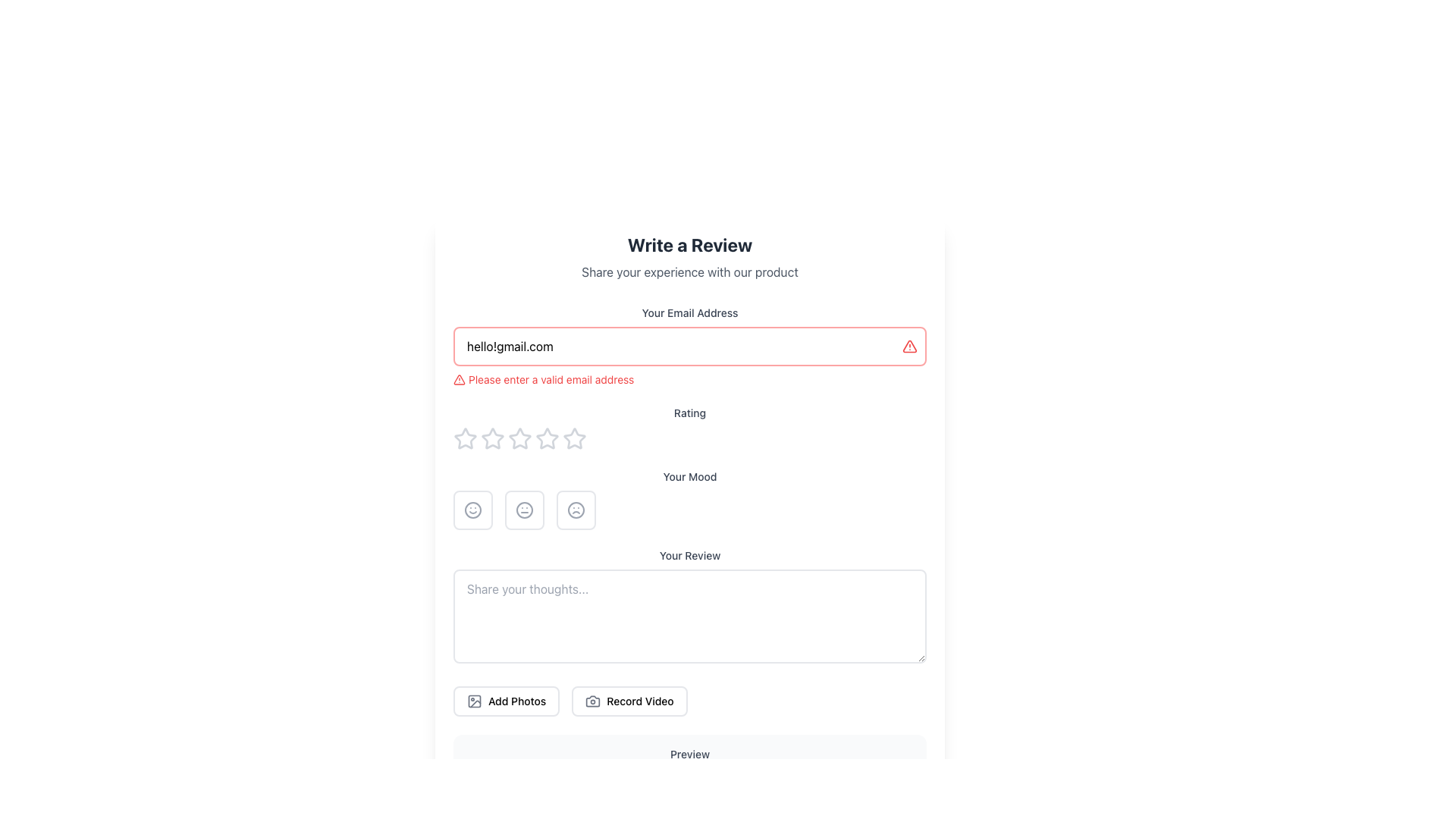  Describe the element at coordinates (556, 789) in the screenshot. I see `the Progress indicator or placeholder bar, which is a visual representation located towards the bottom of the interface and is centered horizontally in a layout with another element to its right` at that location.